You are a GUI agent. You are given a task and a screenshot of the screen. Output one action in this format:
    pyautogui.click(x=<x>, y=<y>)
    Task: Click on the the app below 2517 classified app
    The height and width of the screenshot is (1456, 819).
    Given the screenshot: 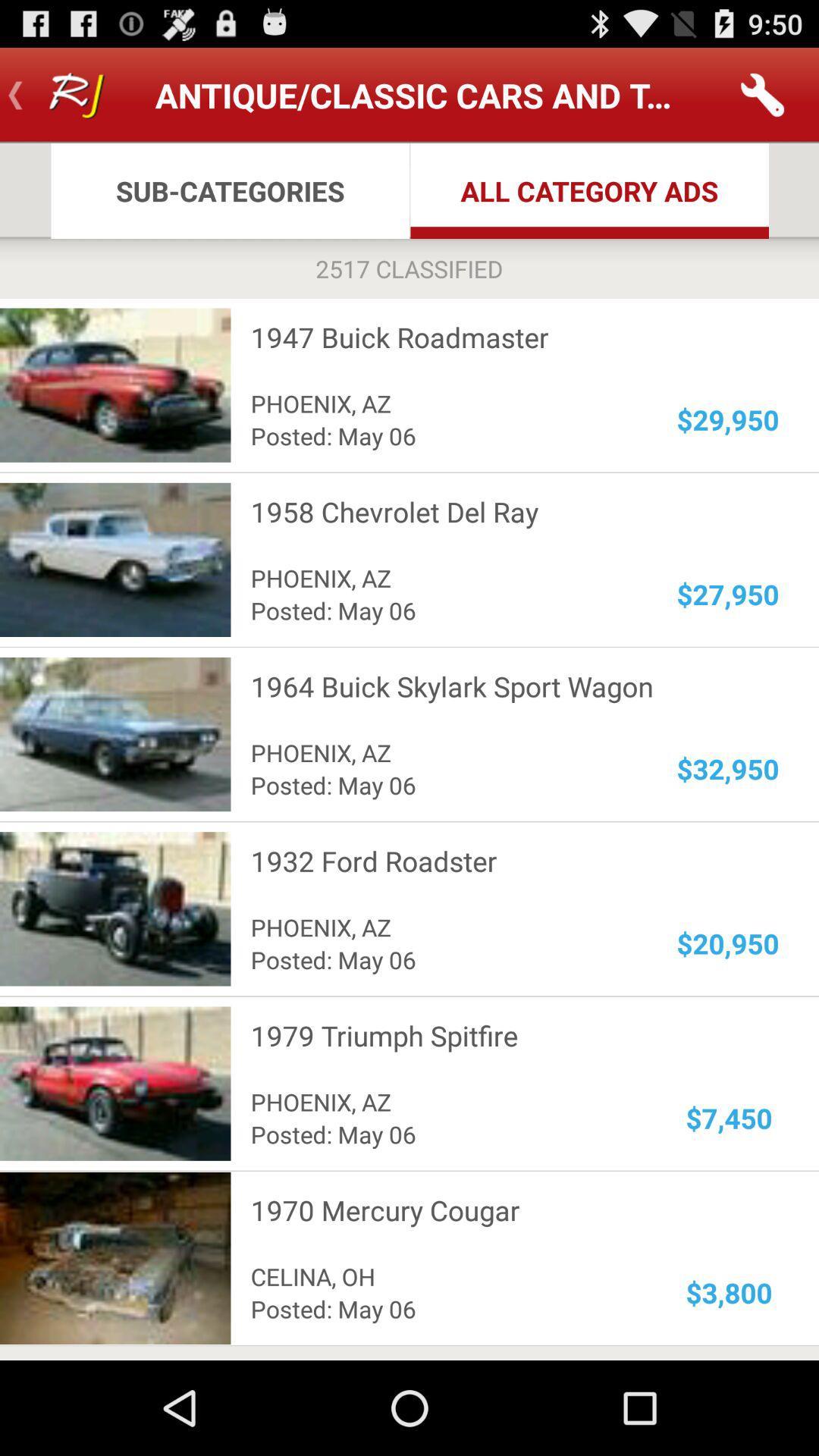 What is the action you would take?
    pyautogui.click(x=505, y=336)
    